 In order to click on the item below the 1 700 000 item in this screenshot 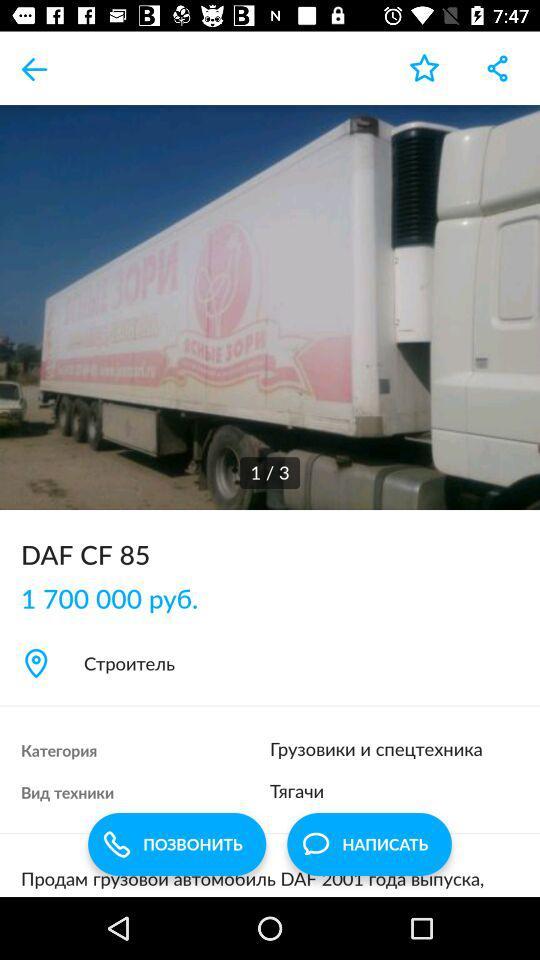, I will do `click(270, 663)`.